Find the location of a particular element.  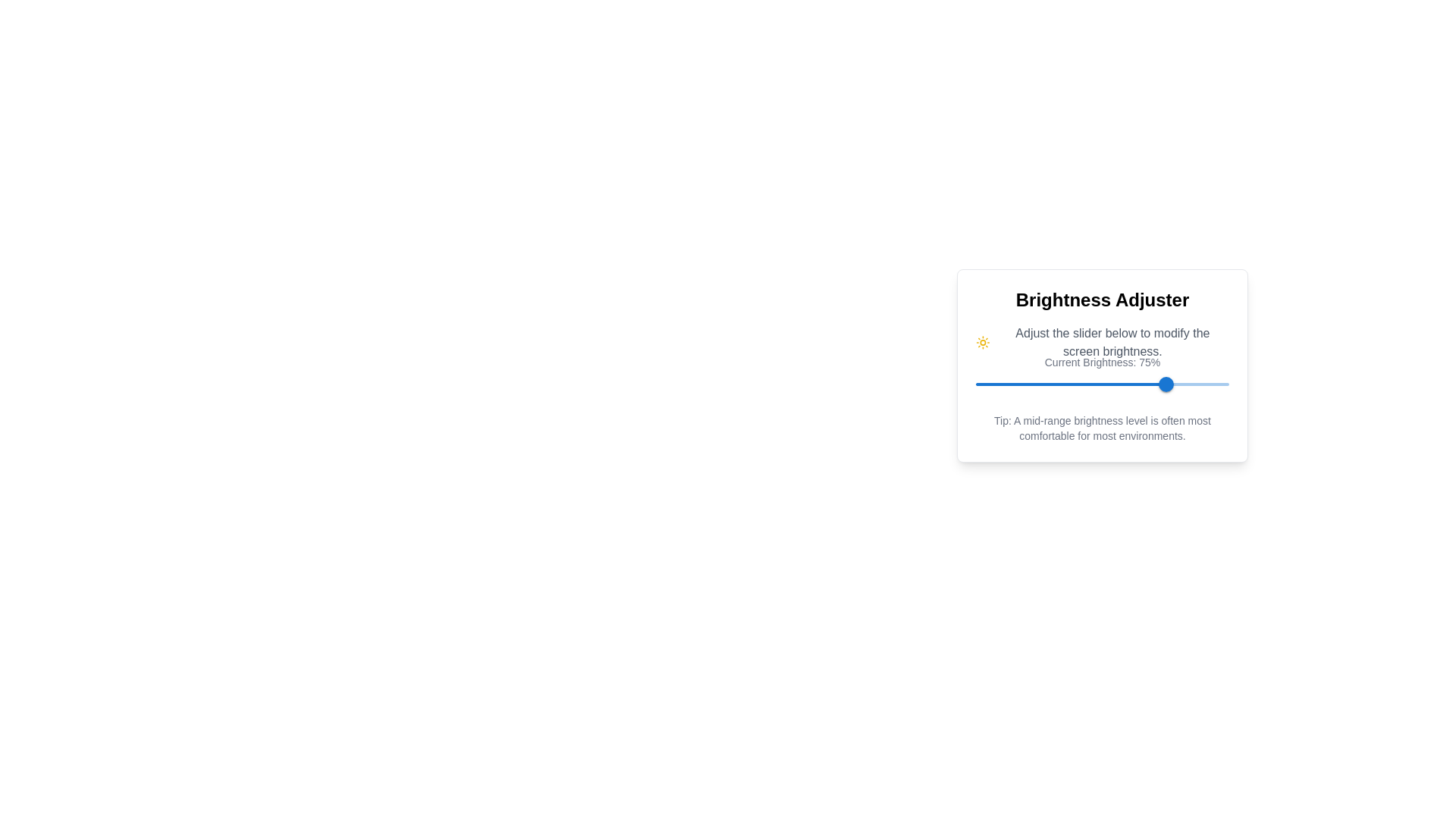

the brightness is located at coordinates (1159, 383).